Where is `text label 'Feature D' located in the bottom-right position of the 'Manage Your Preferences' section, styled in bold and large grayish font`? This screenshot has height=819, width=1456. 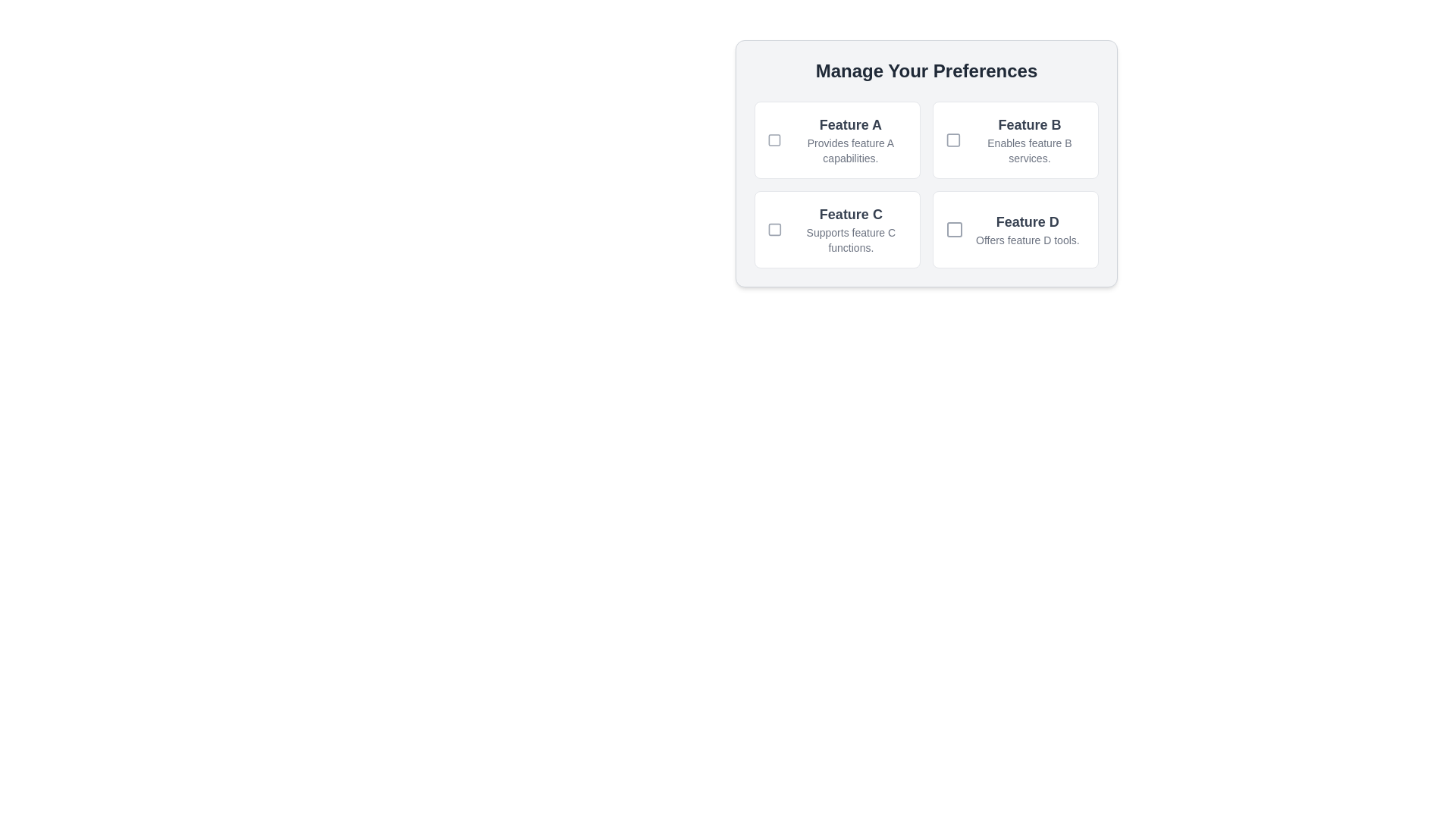 text label 'Feature D' located in the bottom-right position of the 'Manage Your Preferences' section, styled in bold and large grayish font is located at coordinates (1028, 222).